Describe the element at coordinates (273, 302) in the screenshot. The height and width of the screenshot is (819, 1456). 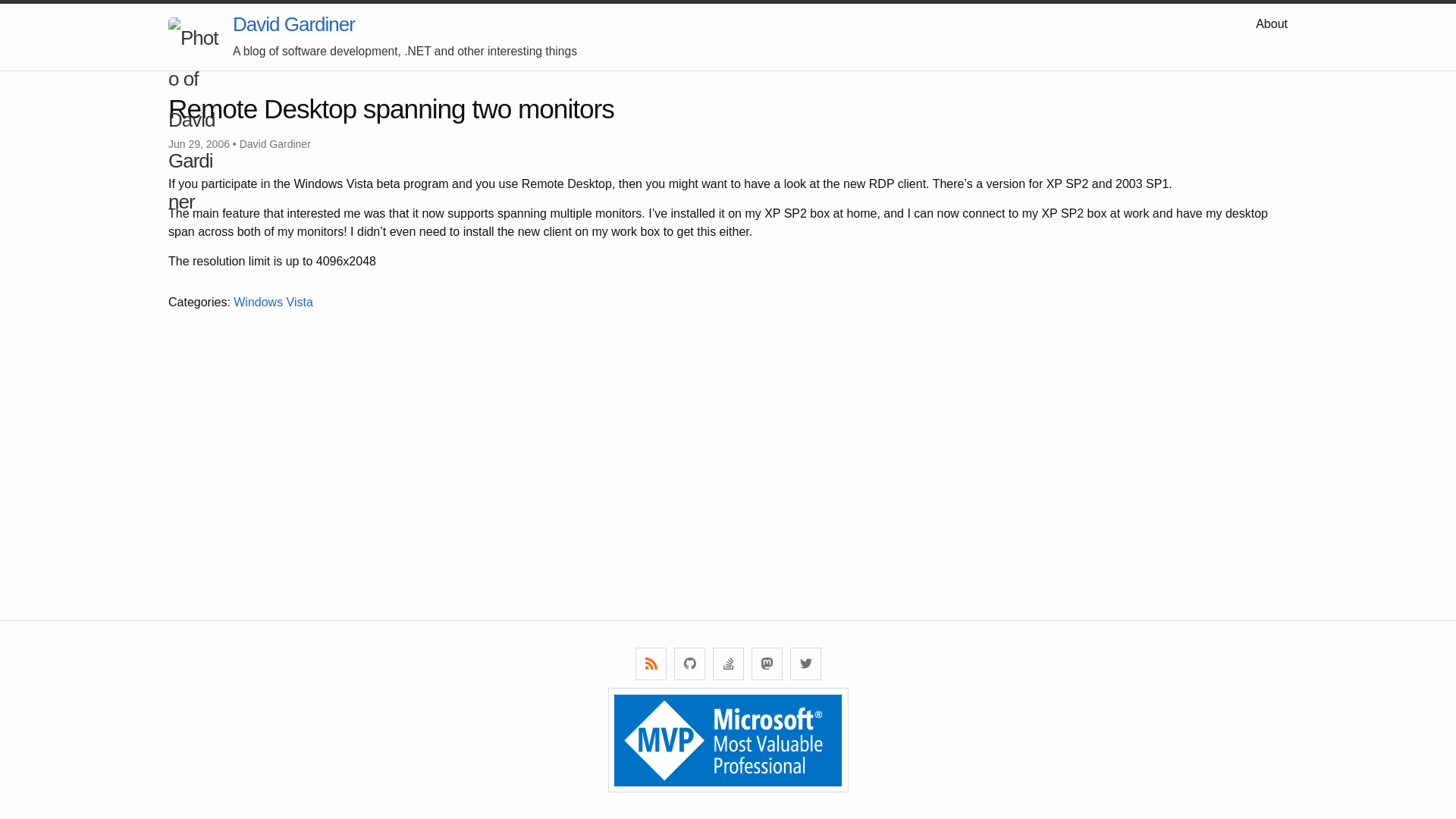
I see `'Windows Vista'` at that location.